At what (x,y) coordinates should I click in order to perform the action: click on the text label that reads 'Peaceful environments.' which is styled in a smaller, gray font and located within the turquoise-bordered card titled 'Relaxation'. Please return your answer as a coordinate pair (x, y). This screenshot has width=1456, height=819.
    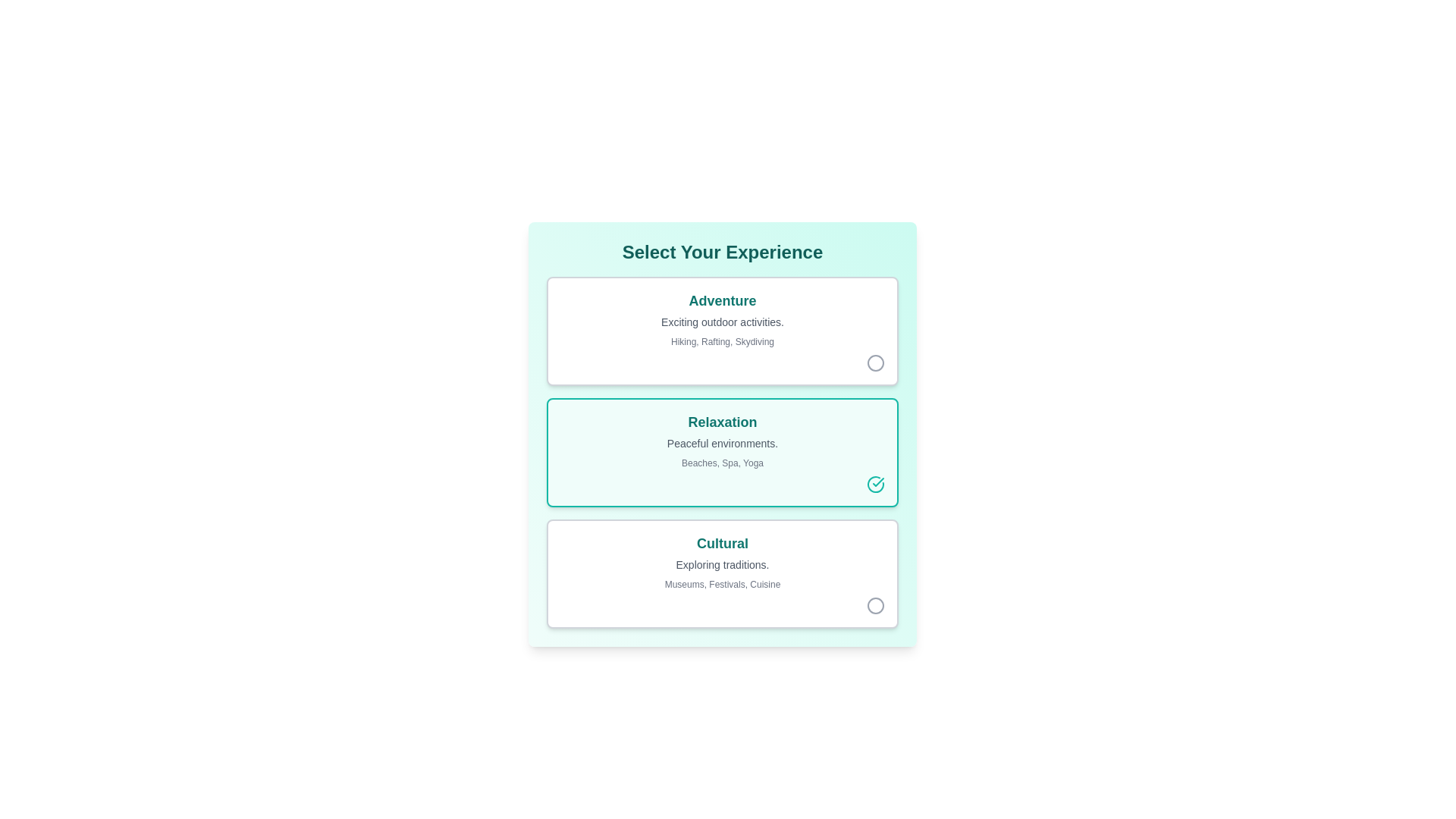
    Looking at the image, I should click on (722, 444).